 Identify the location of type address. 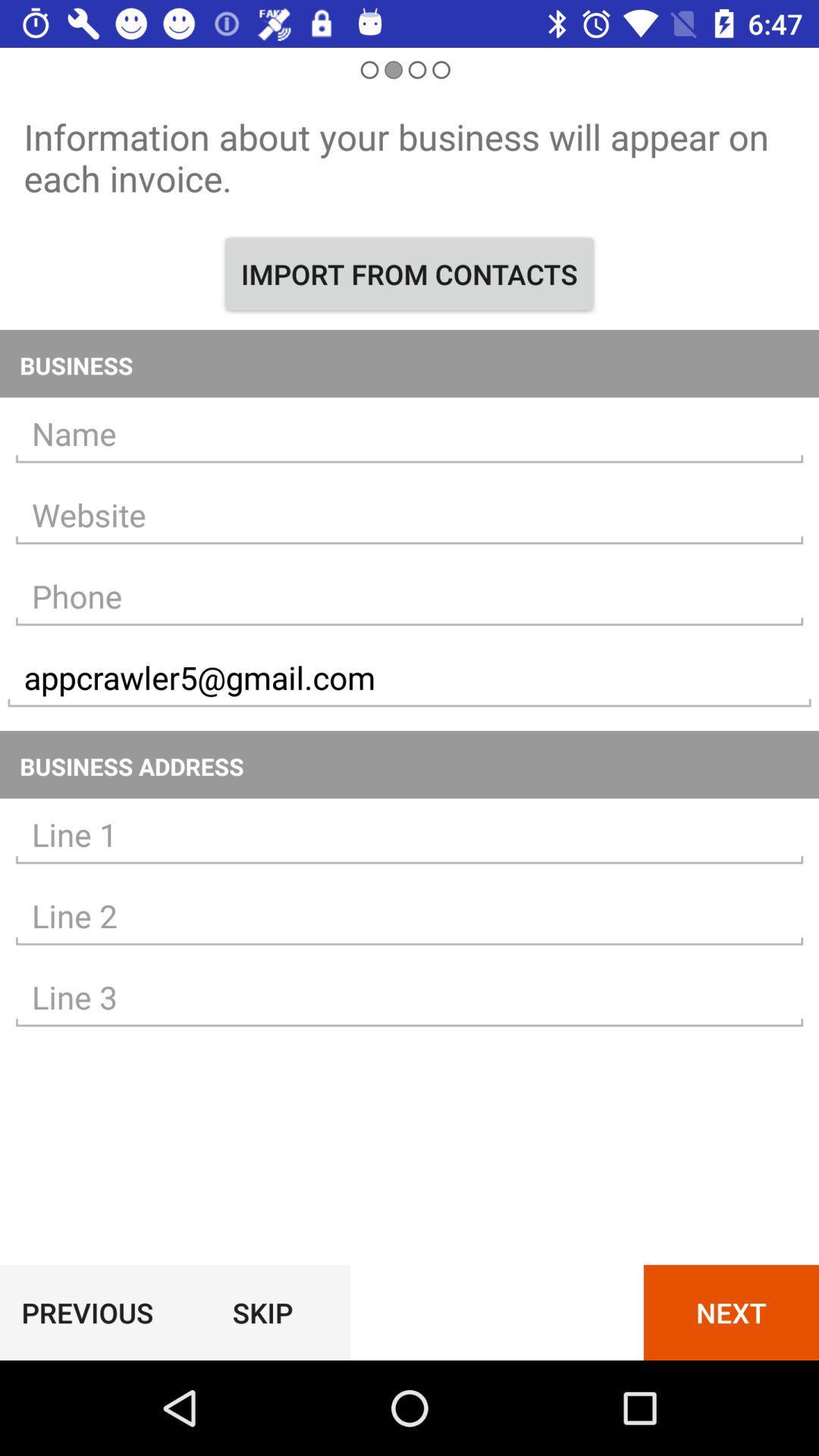
(409, 915).